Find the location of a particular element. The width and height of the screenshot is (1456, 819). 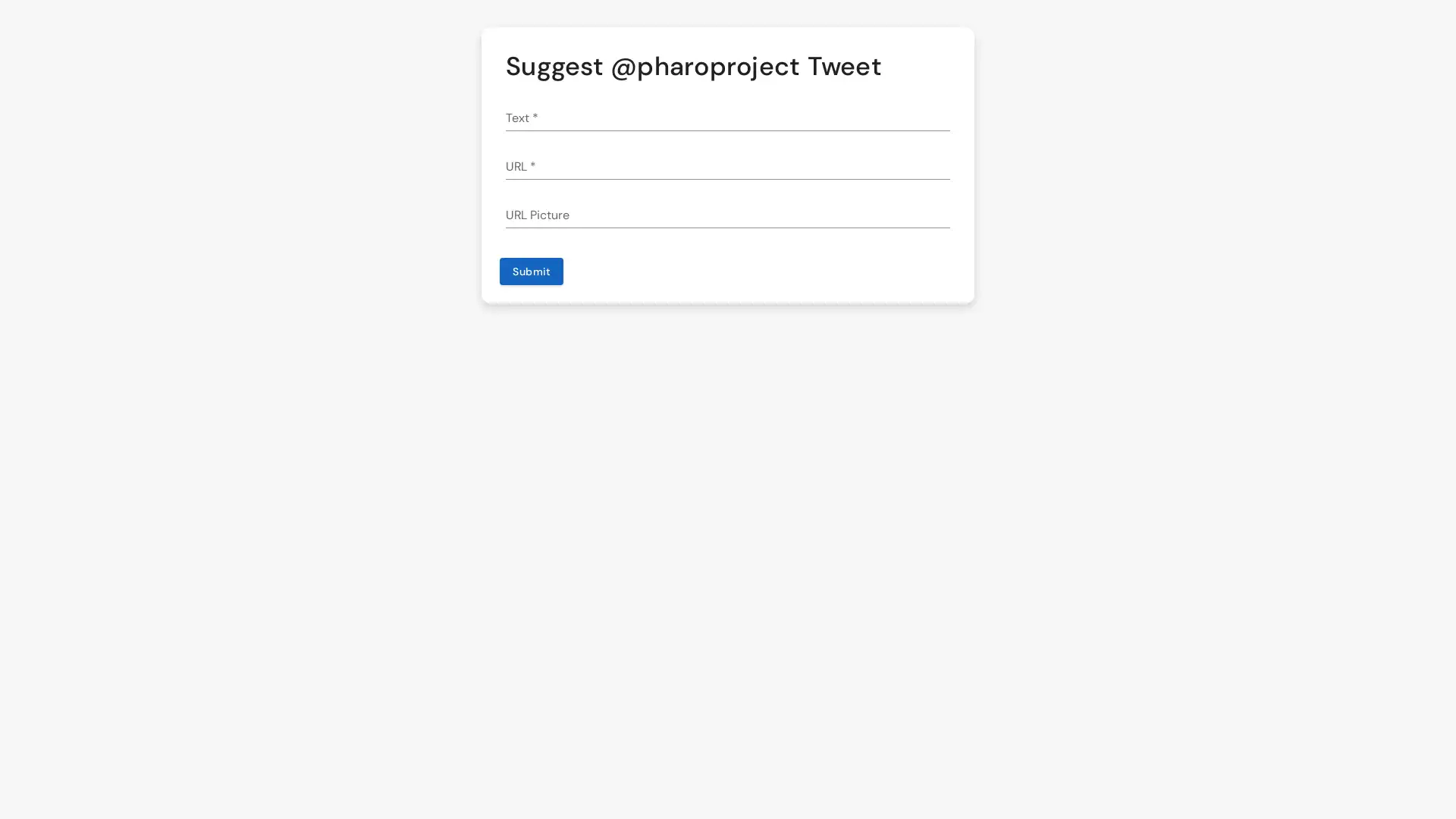

Submit is located at coordinates (531, 271).